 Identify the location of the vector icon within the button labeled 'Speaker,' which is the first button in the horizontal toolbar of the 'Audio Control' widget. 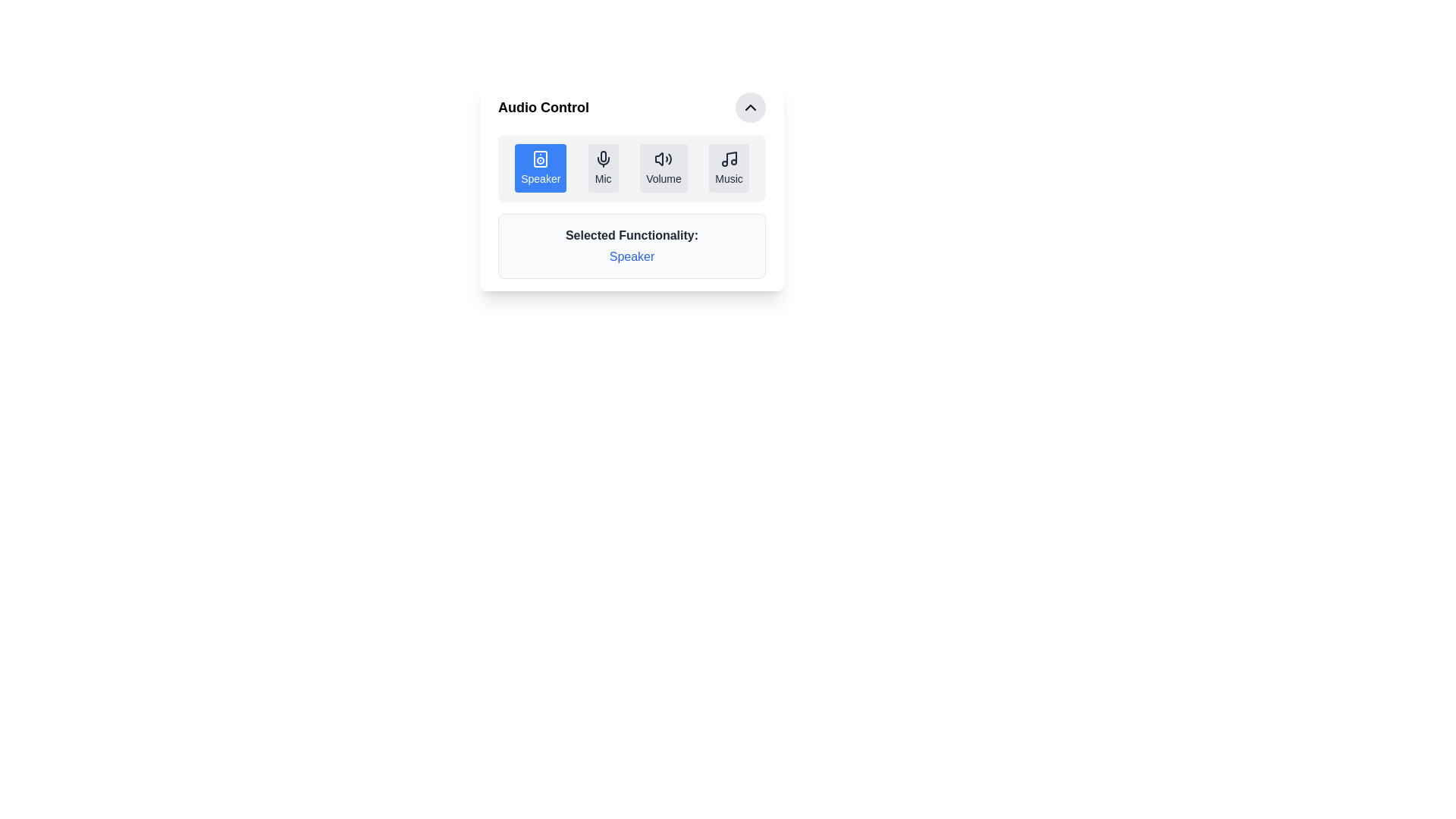
(541, 158).